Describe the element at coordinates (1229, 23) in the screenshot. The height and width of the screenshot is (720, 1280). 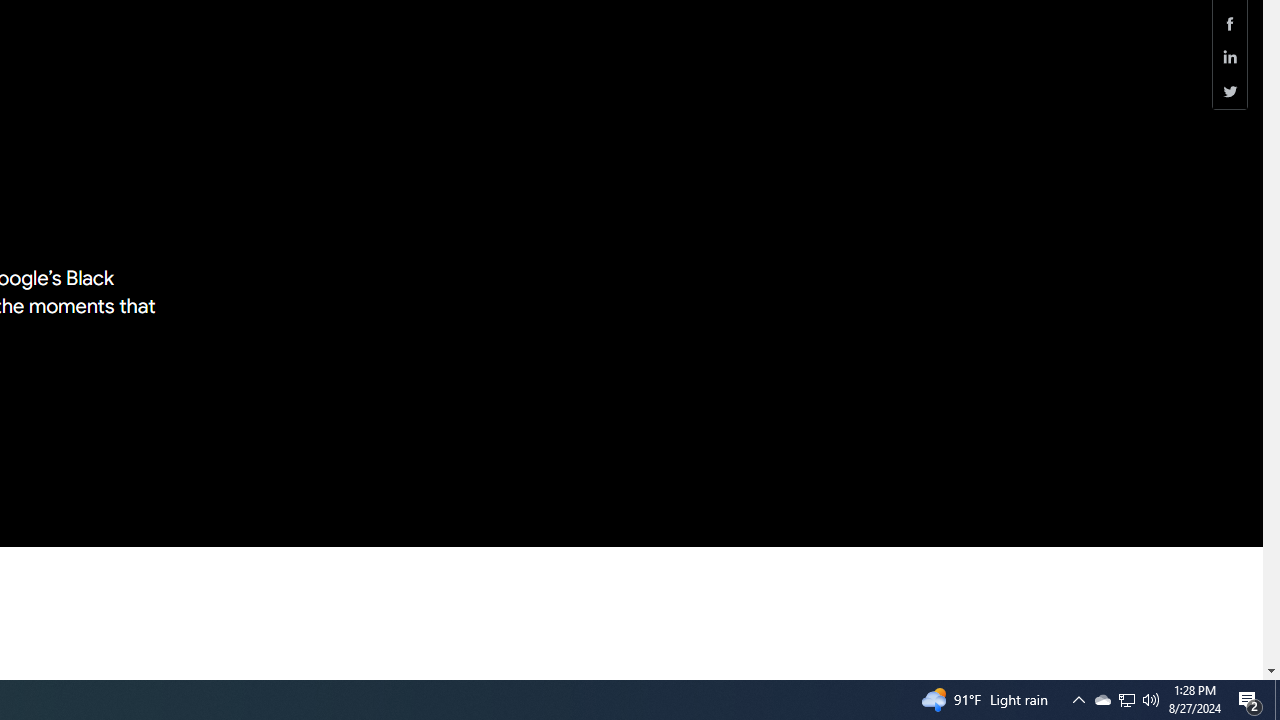
I see `'Share this page (Facebook)'` at that location.